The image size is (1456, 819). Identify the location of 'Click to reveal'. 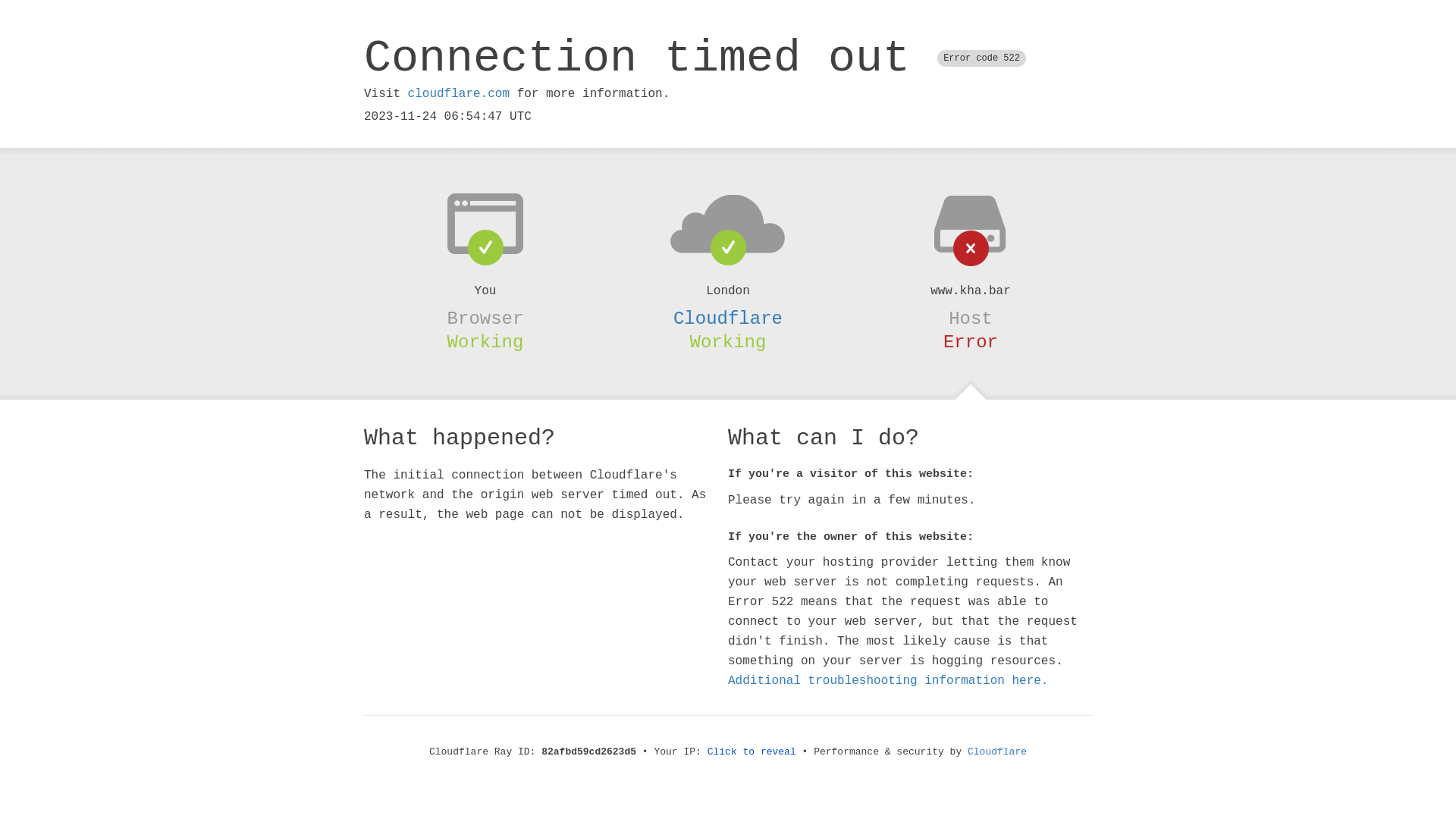
(752, 752).